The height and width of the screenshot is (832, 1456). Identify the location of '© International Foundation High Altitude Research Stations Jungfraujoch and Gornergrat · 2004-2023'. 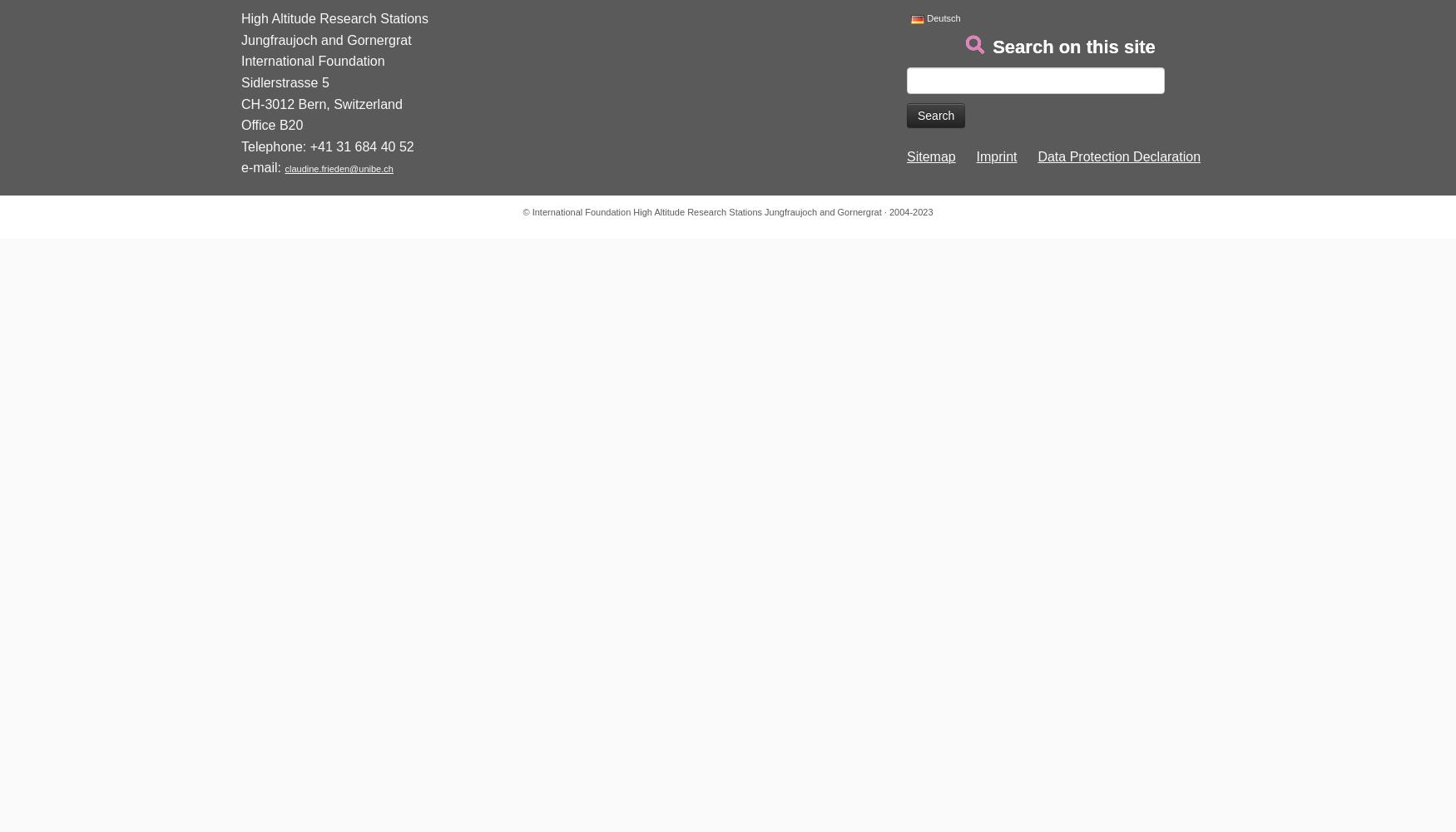
(727, 212).